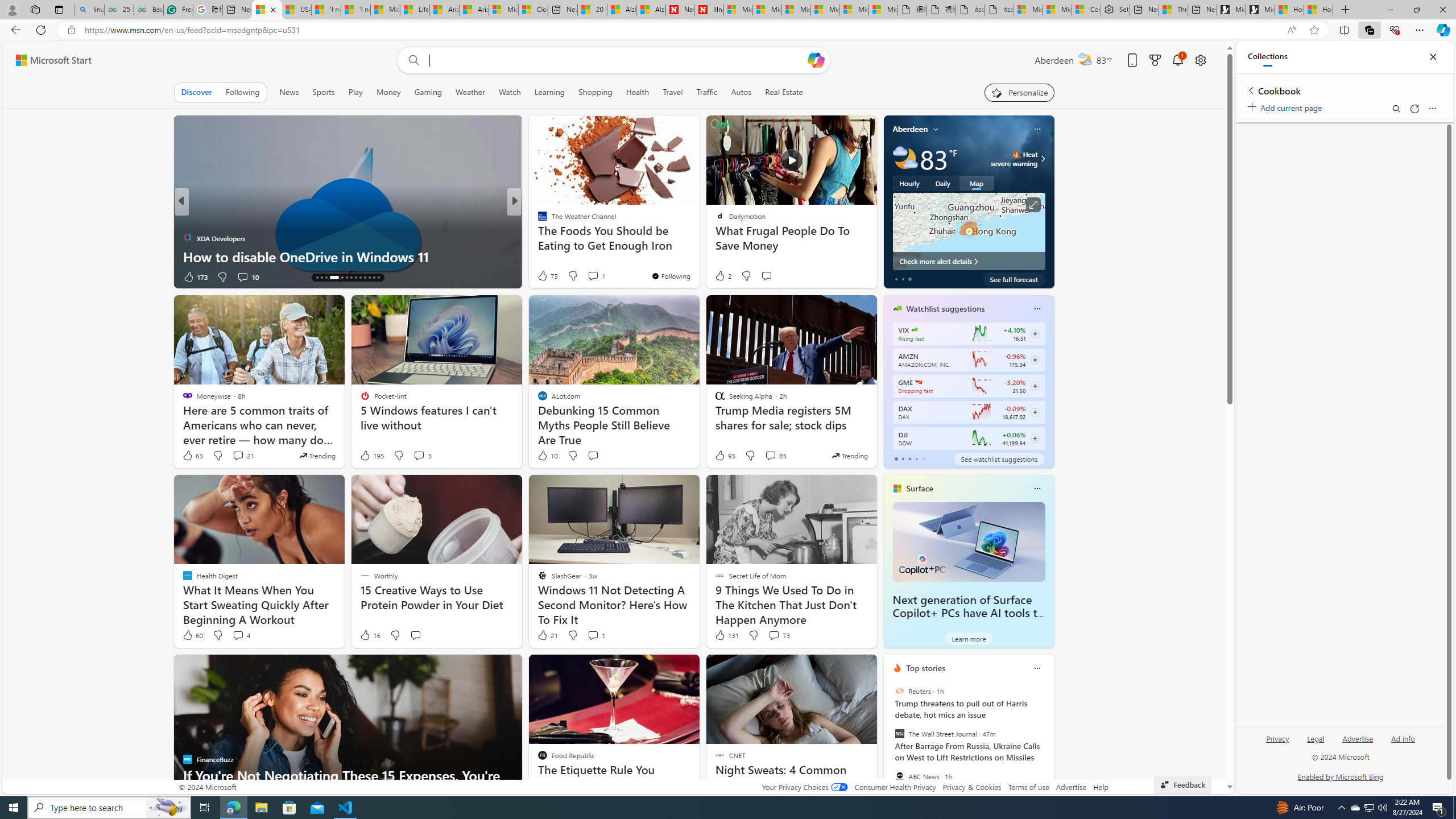  What do you see at coordinates (589, 276) in the screenshot?
I see `'View comments 40 Comment'` at bounding box center [589, 276].